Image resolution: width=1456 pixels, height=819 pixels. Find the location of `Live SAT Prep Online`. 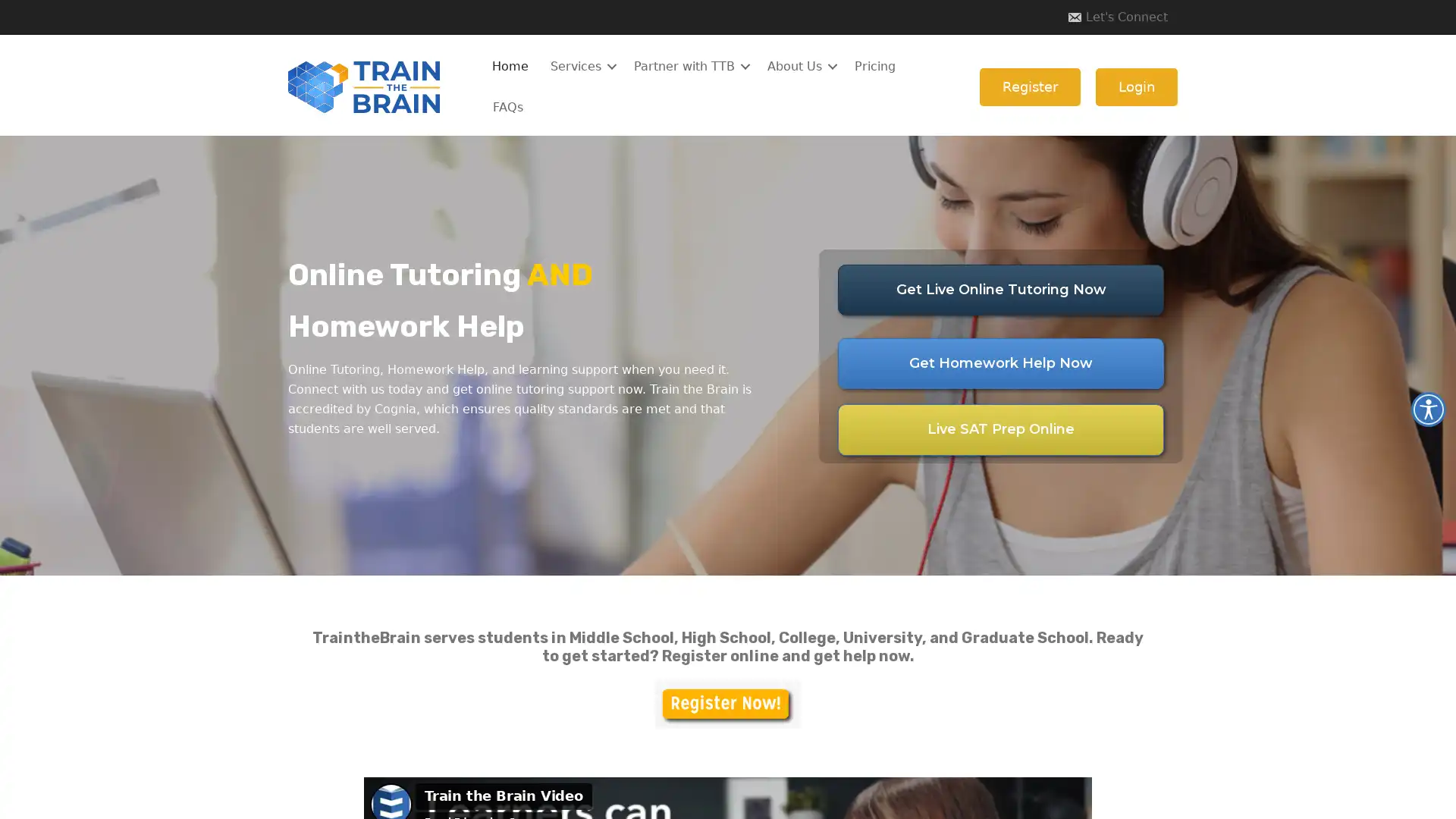

Live SAT Prep Online is located at coordinates (1001, 429).